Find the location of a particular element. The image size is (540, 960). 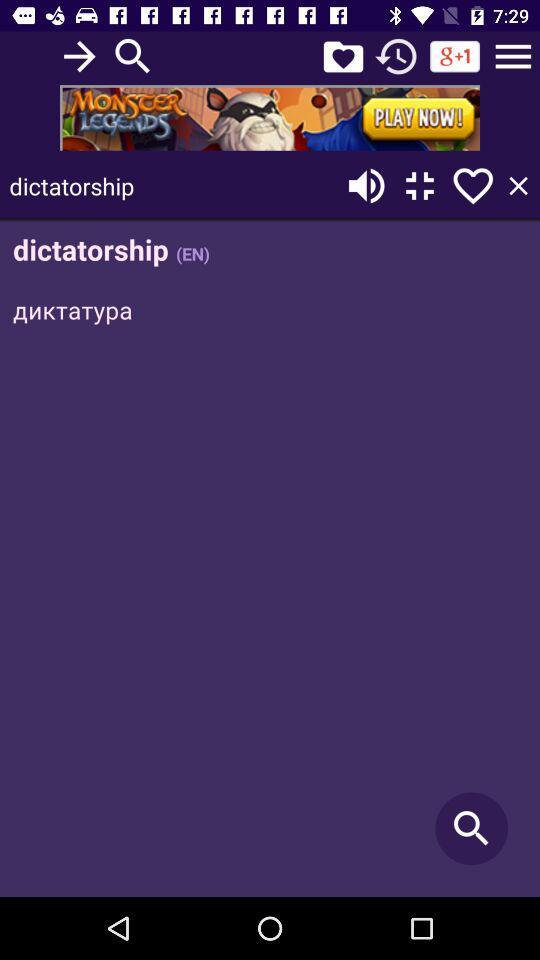

this element to favorite is located at coordinates (472, 185).